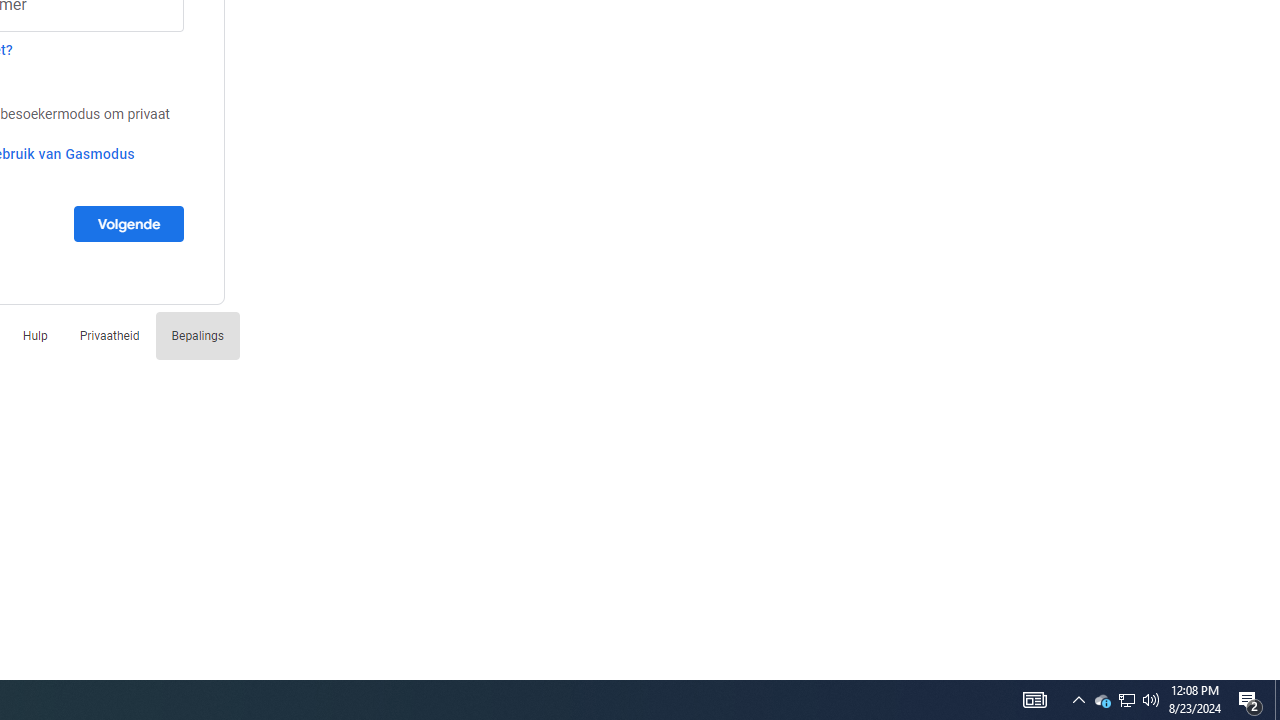 This screenshot has width=1280, height=720. I want to click on 'Bepalings', so click(197, 334).